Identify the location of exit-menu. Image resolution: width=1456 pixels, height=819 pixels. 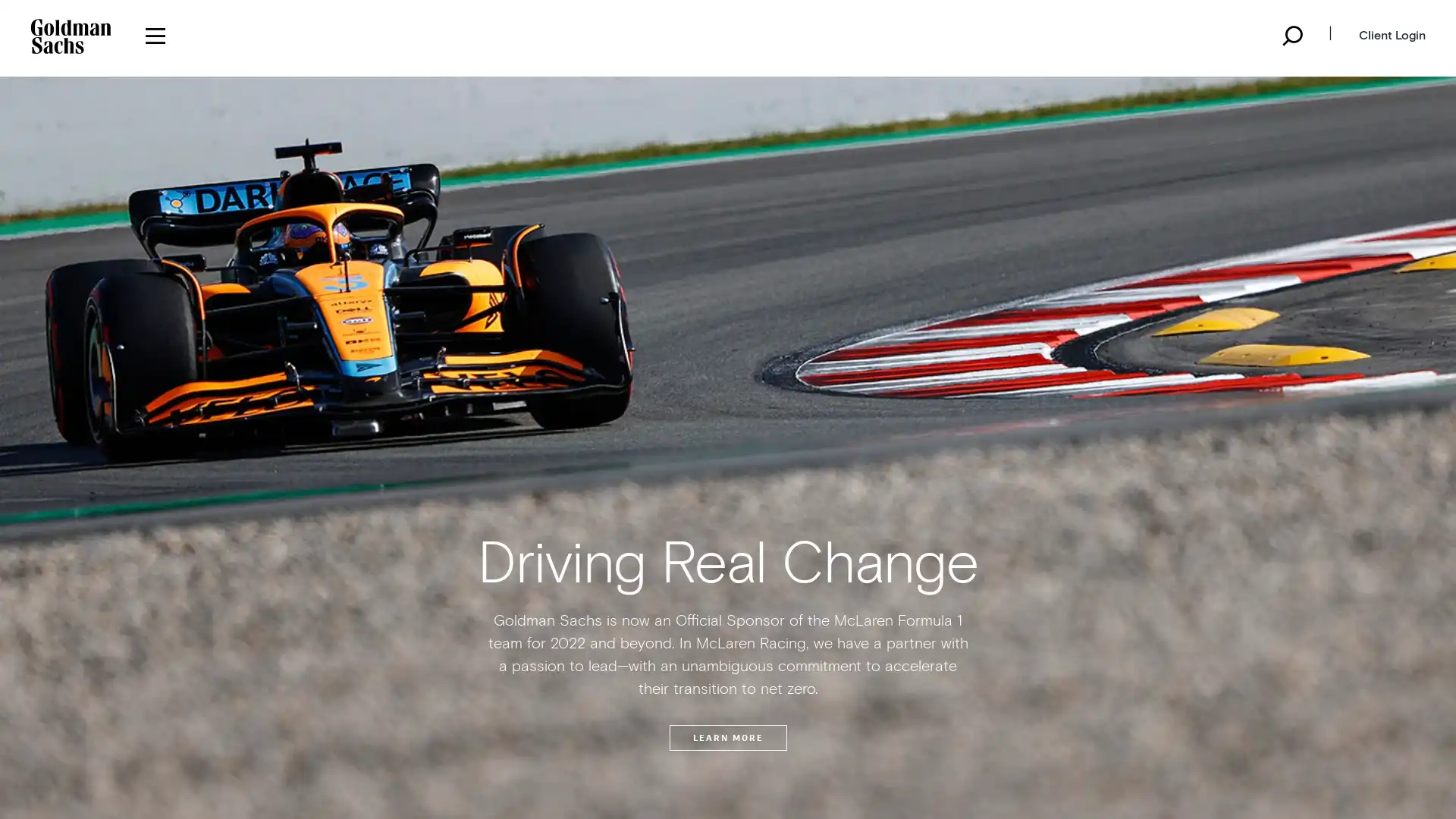
(756, 43).